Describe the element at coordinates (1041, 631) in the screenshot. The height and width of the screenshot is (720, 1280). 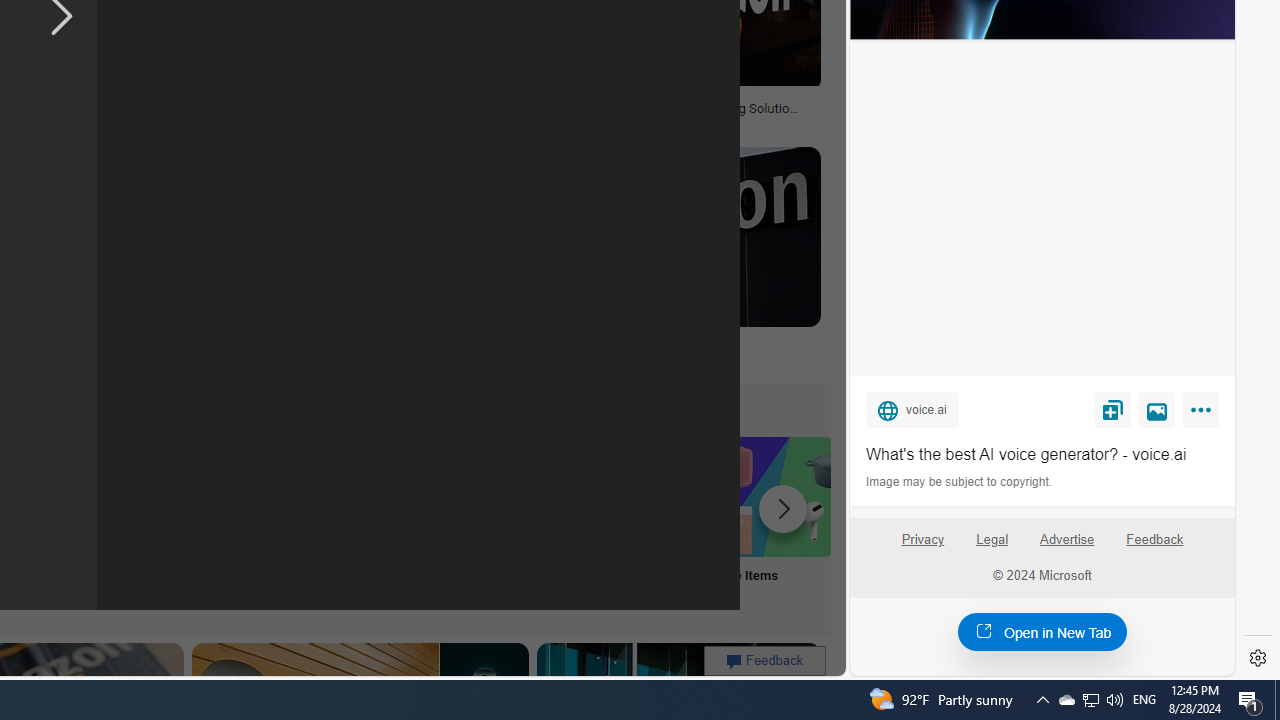
I see `'Open in New Tab'` at that location.